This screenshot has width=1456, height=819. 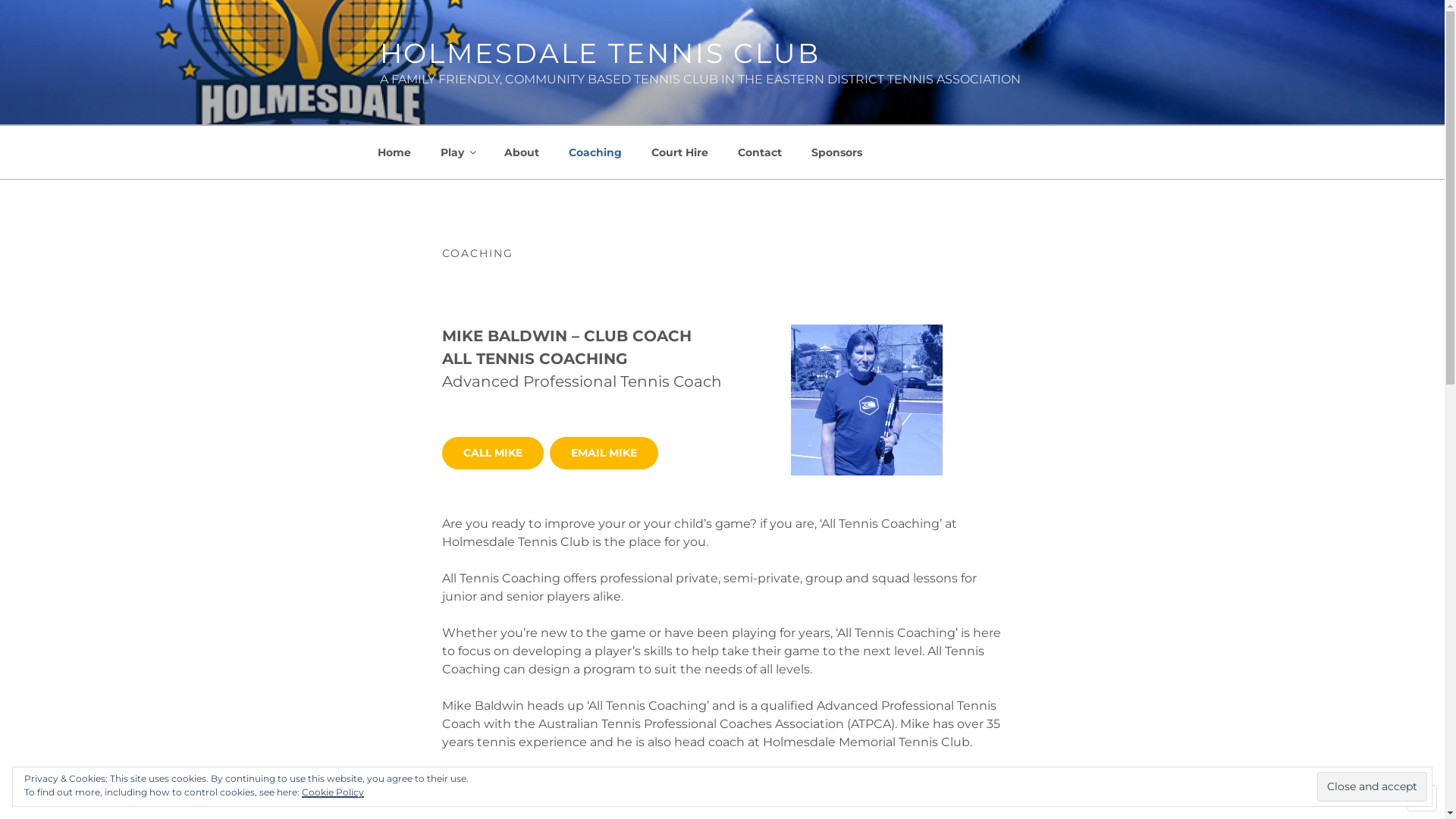 I want to click on 'Coaching', so click(x=554, y=152).